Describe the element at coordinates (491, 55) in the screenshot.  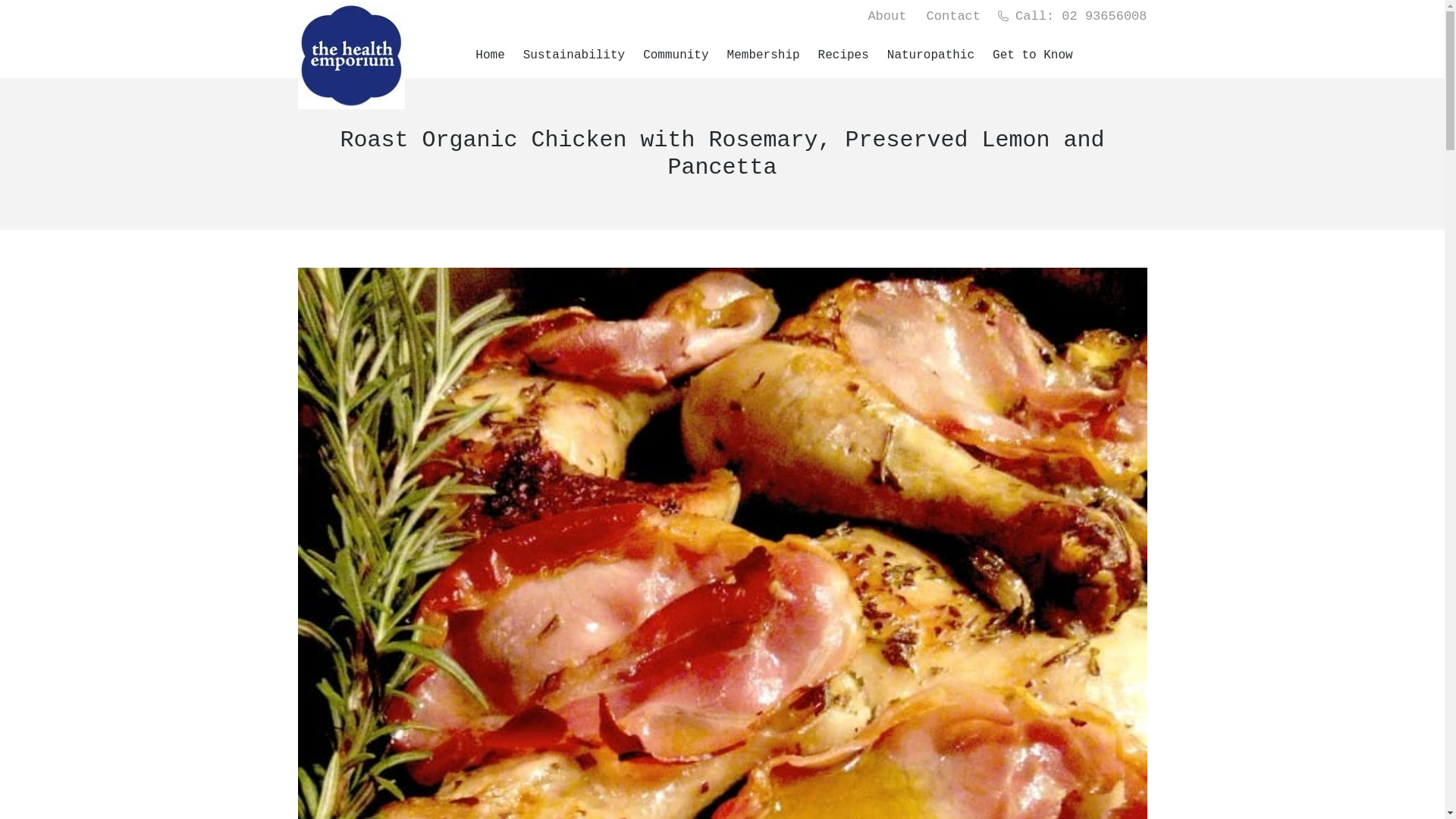
I see `'Home'` at that location.